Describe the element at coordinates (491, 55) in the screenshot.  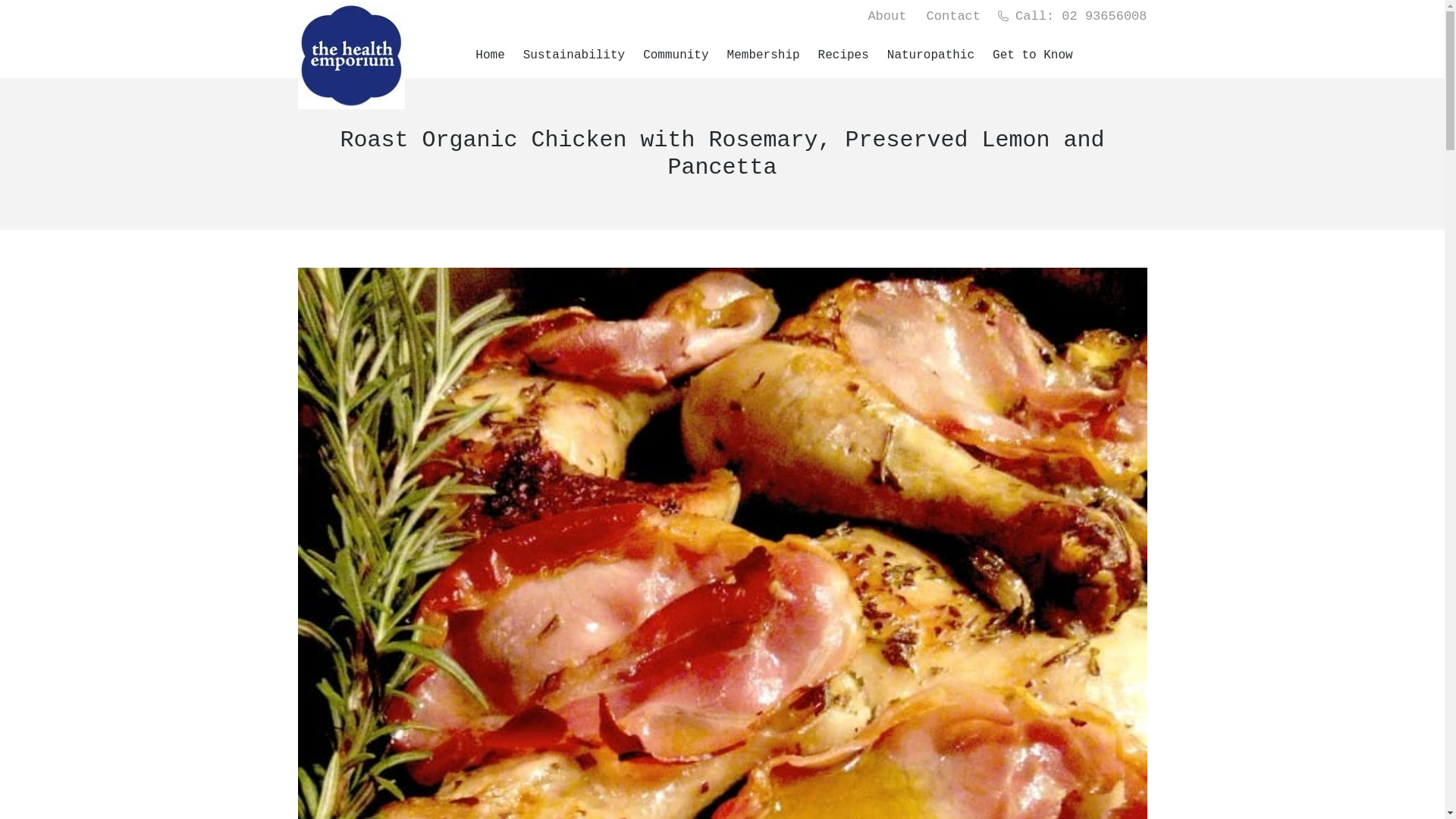
I see `'Home'` at that location.